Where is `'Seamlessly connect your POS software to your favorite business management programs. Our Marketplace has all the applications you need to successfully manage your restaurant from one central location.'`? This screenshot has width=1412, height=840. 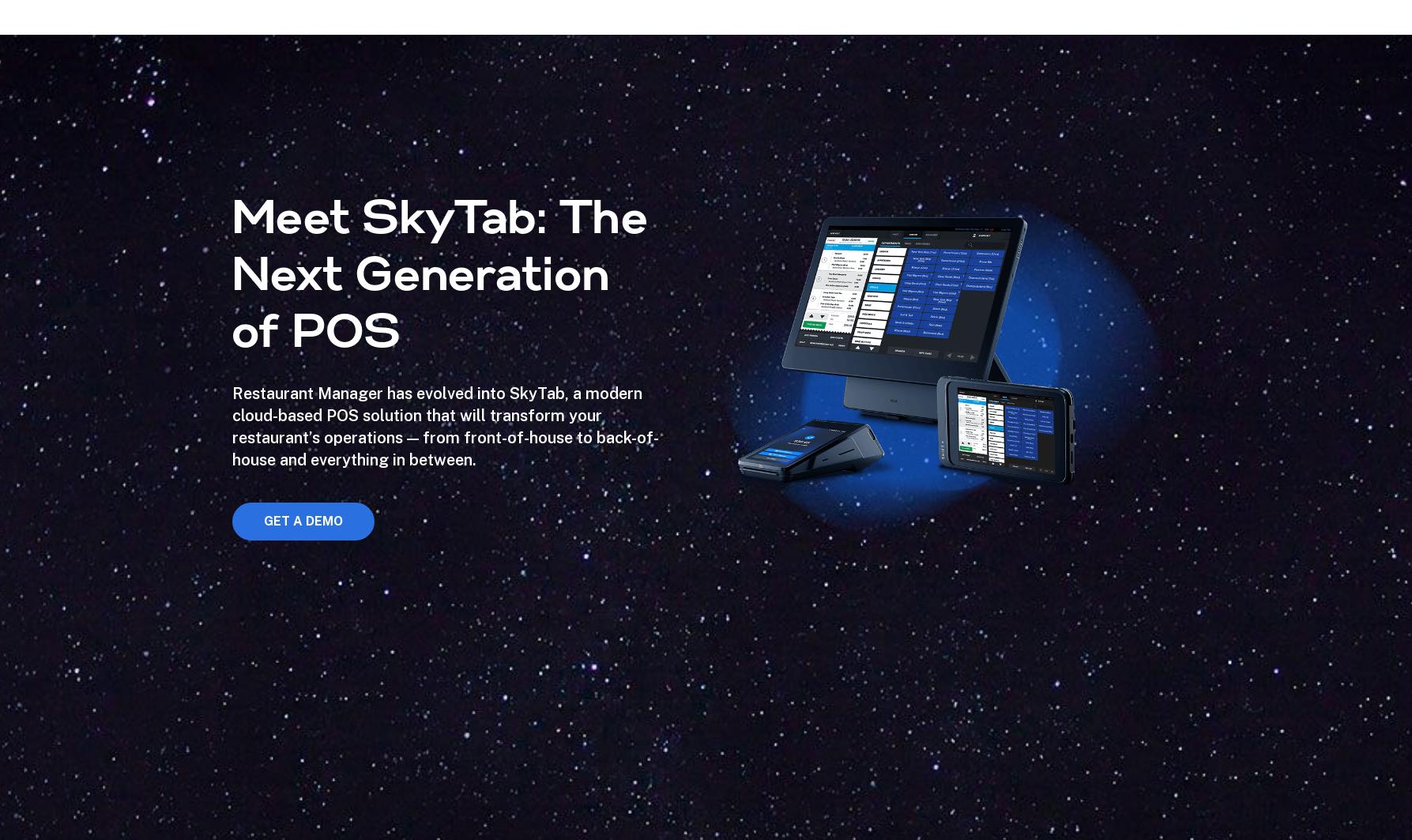 'Seamlessly connect your POS software to your favorite business management programs. Our Marketplace has all the applications you need to successfully manage your restaurant from one central location.' is located at coordinates (1007, 43).